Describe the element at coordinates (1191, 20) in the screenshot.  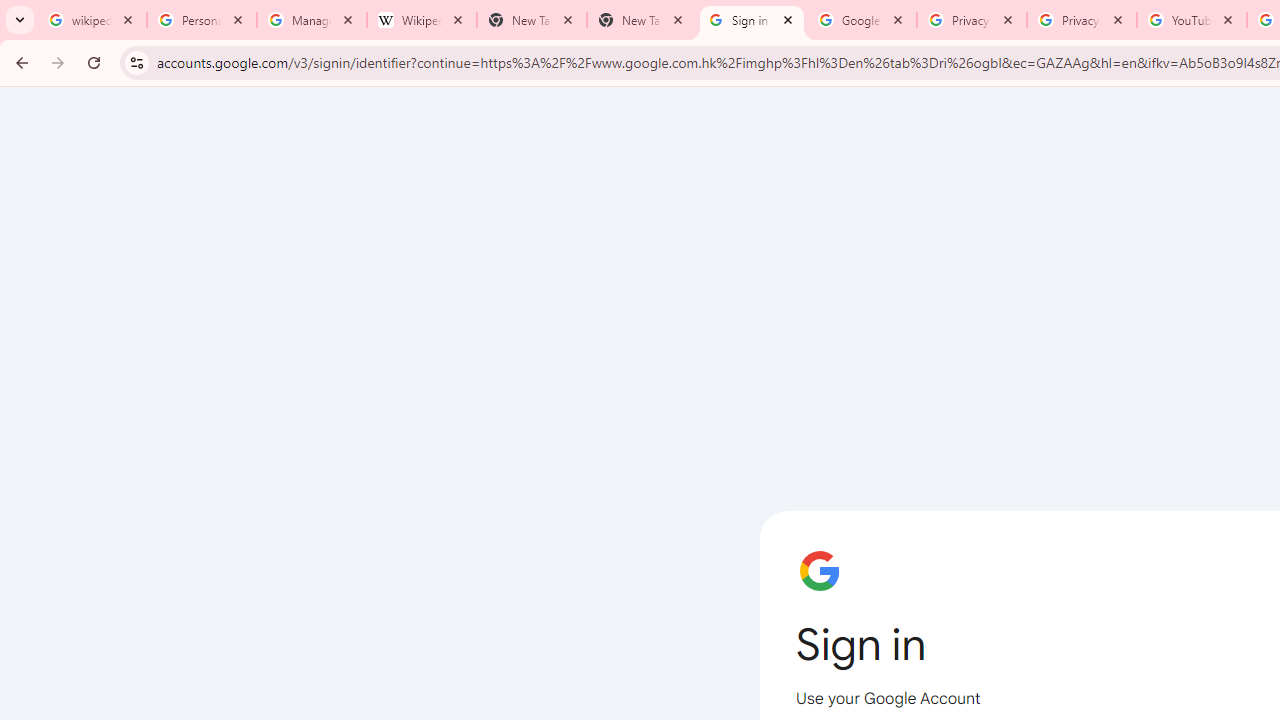
I see `'YouTube'` at that location.